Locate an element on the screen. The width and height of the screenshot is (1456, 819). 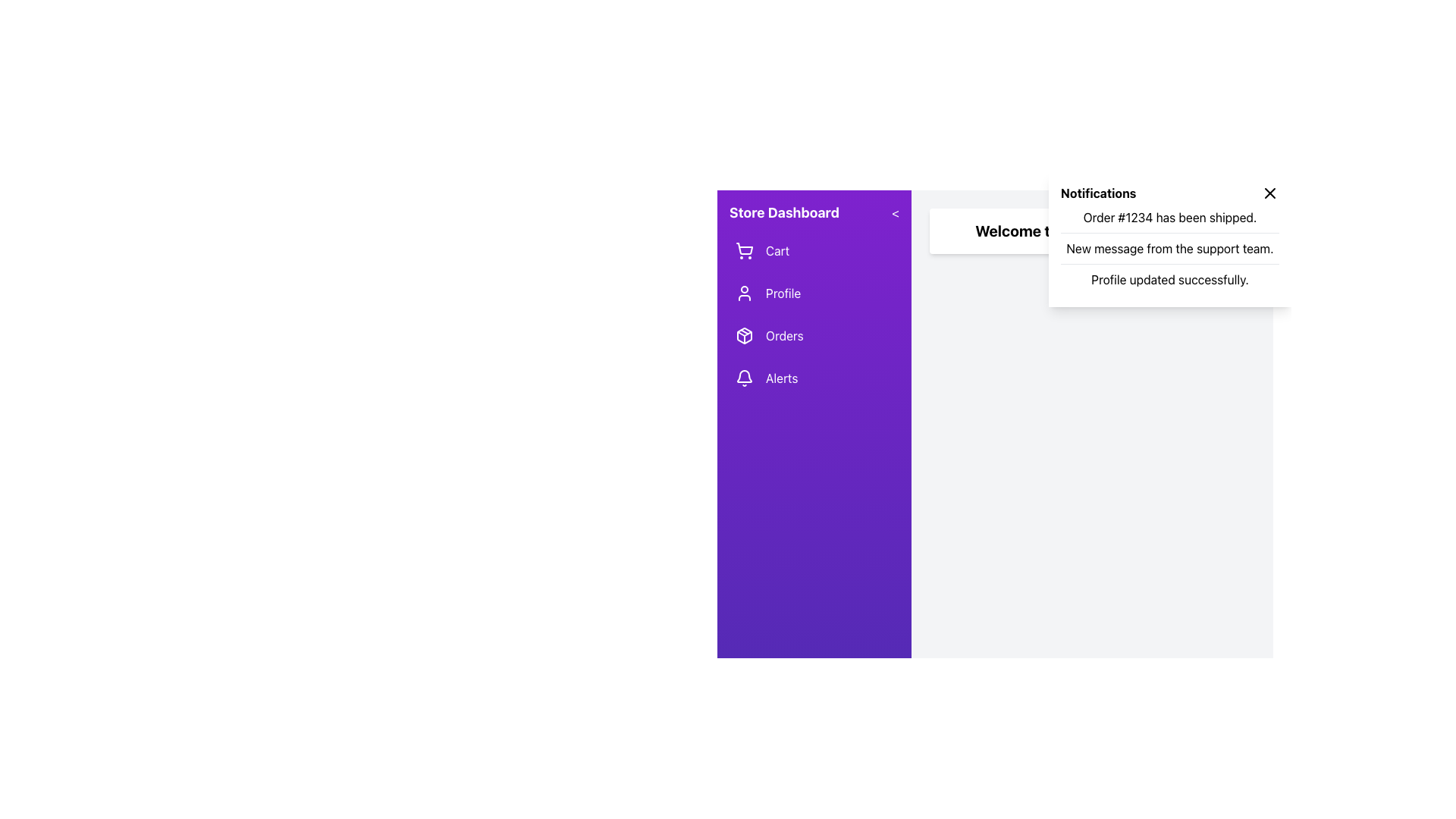
the 'Alerts' text label, which is styled in white font against a purple background and located in the vertical navigation bar below the 'Orders' label is located at coordinates (782, 377).